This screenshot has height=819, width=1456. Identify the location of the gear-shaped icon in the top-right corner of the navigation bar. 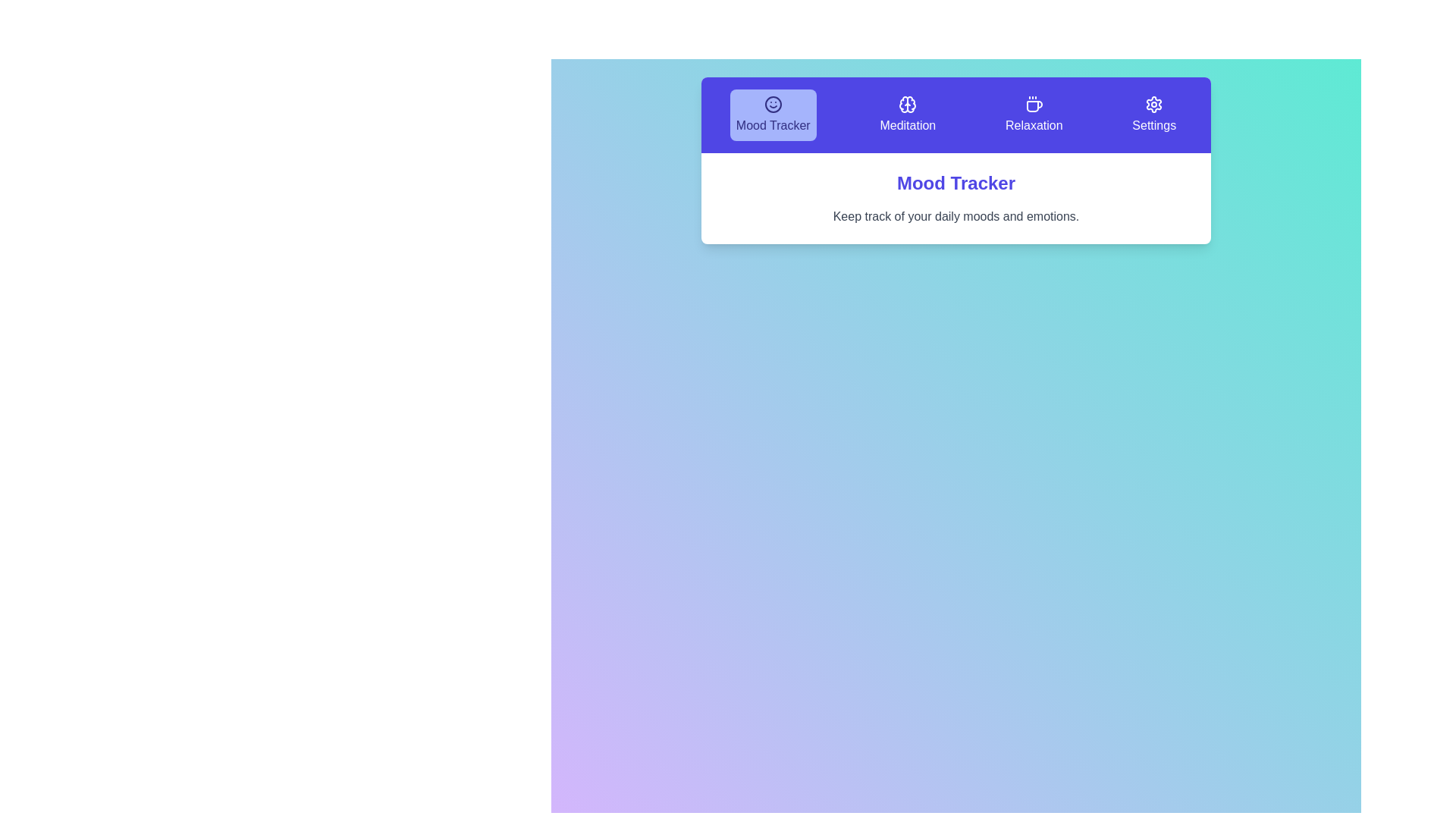
(1153, 104).